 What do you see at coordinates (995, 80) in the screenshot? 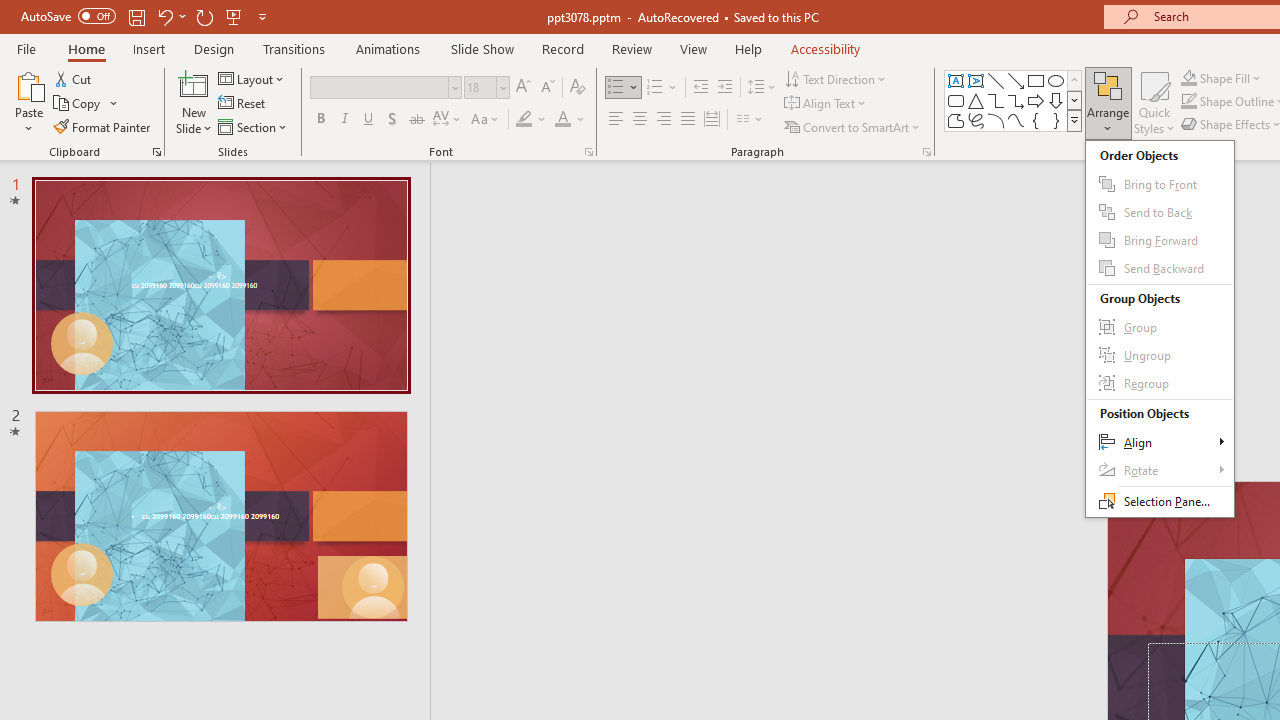
I see `'Line'` at bounding box center [995, 80].